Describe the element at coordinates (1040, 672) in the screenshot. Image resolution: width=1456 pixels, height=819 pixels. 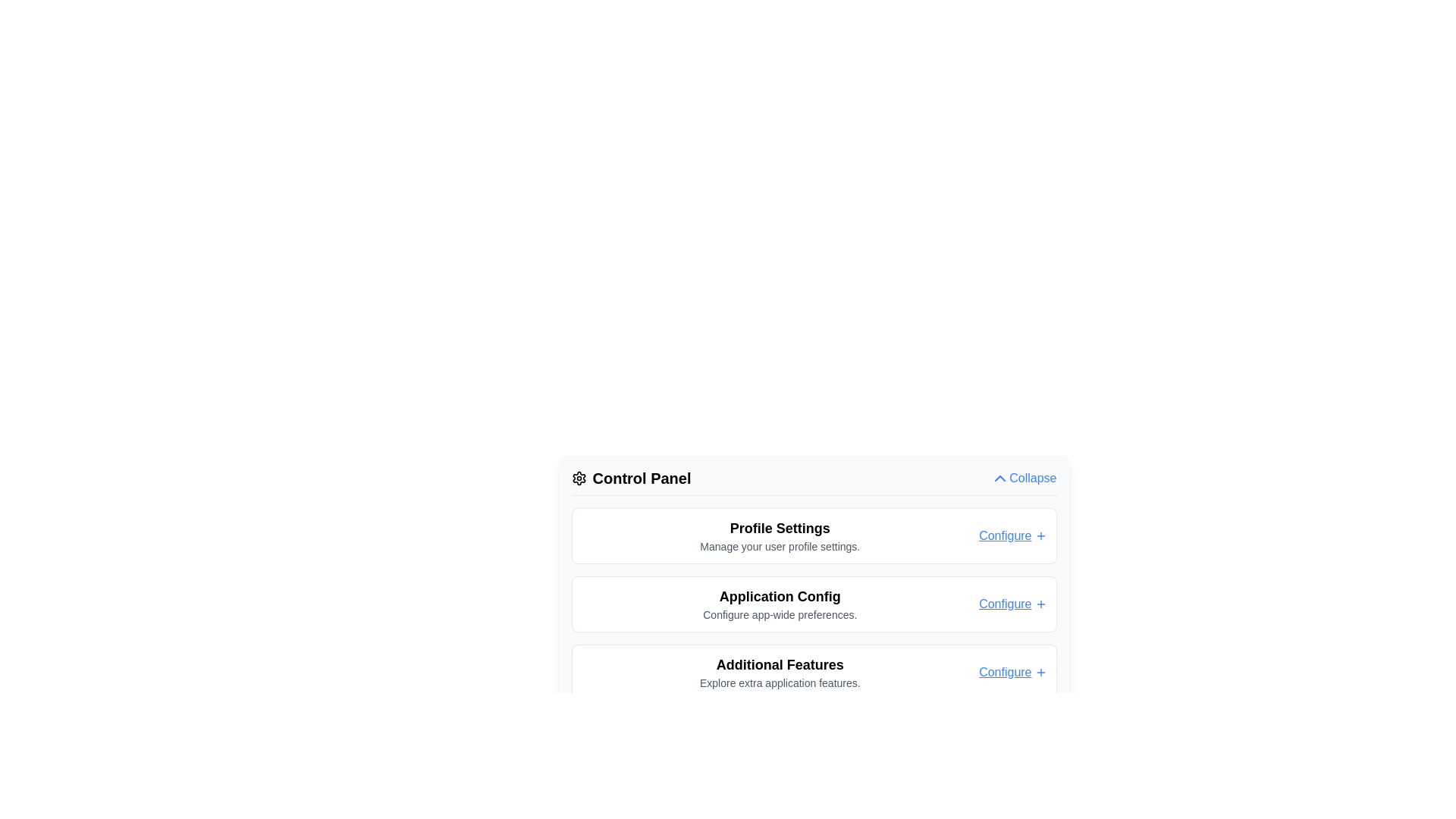
I see `the '+' icon located immediately to the right of the 'Configure' link in the 'Additional Features' section` at that location.